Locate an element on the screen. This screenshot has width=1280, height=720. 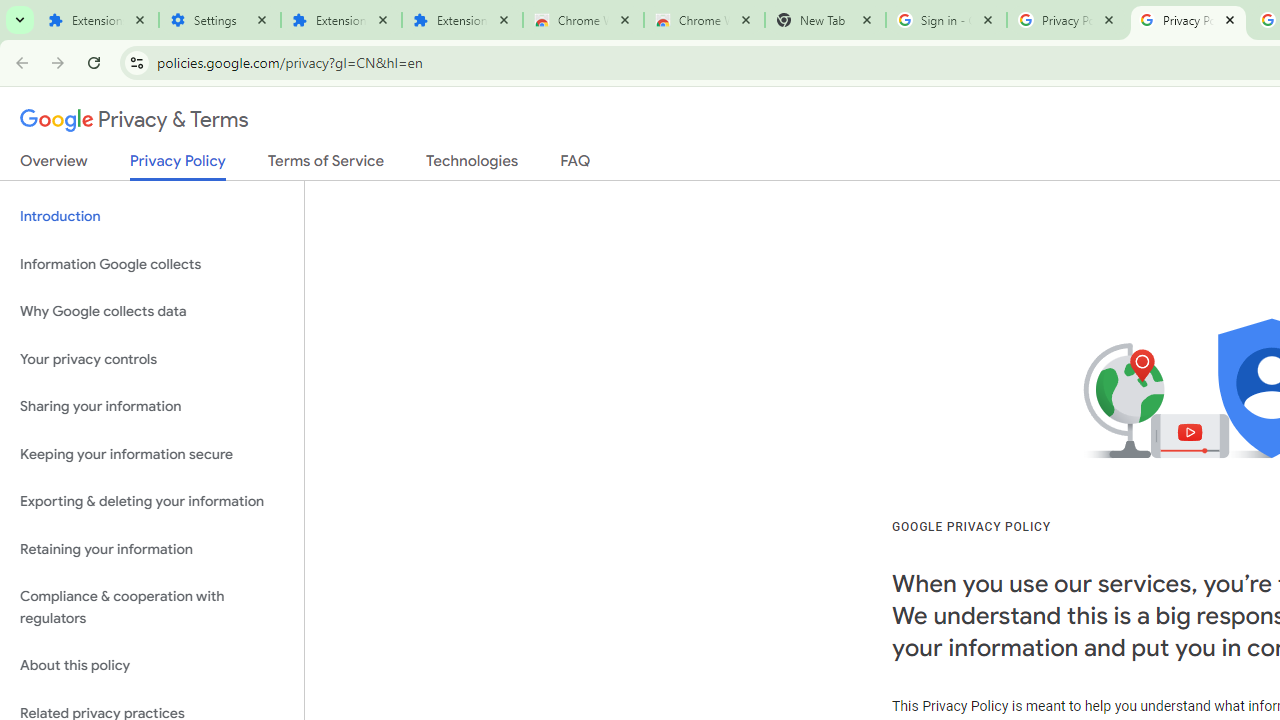
'Privacy Policy' is located at coordinates (177, 165).